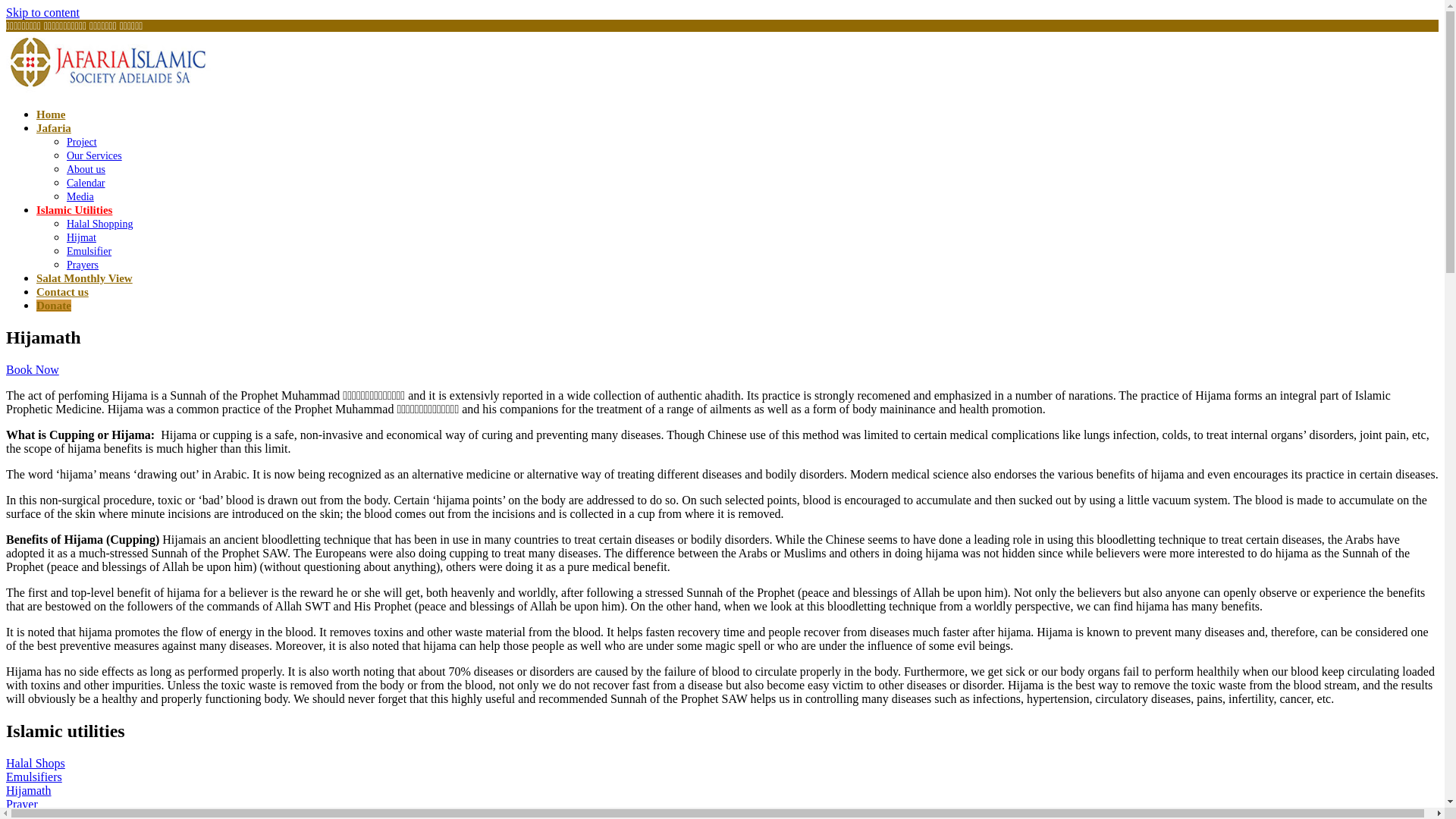 This screenshot has height=819, width=1456. I want to click on 'Contact us', so click(36, 292).